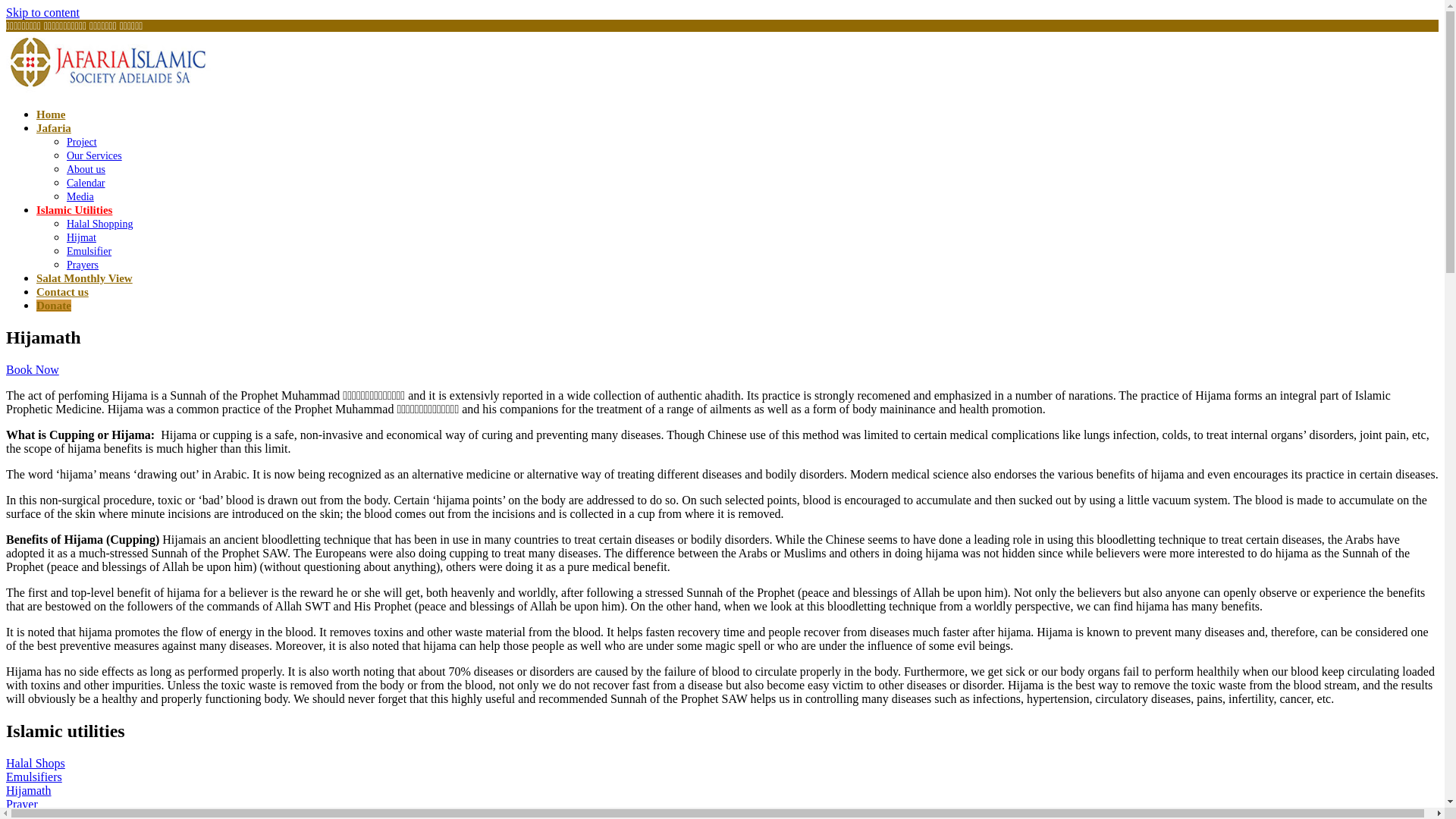 This screenshot has height=819, width=1456. I want to click on 'Contact us', so click(36, 292).